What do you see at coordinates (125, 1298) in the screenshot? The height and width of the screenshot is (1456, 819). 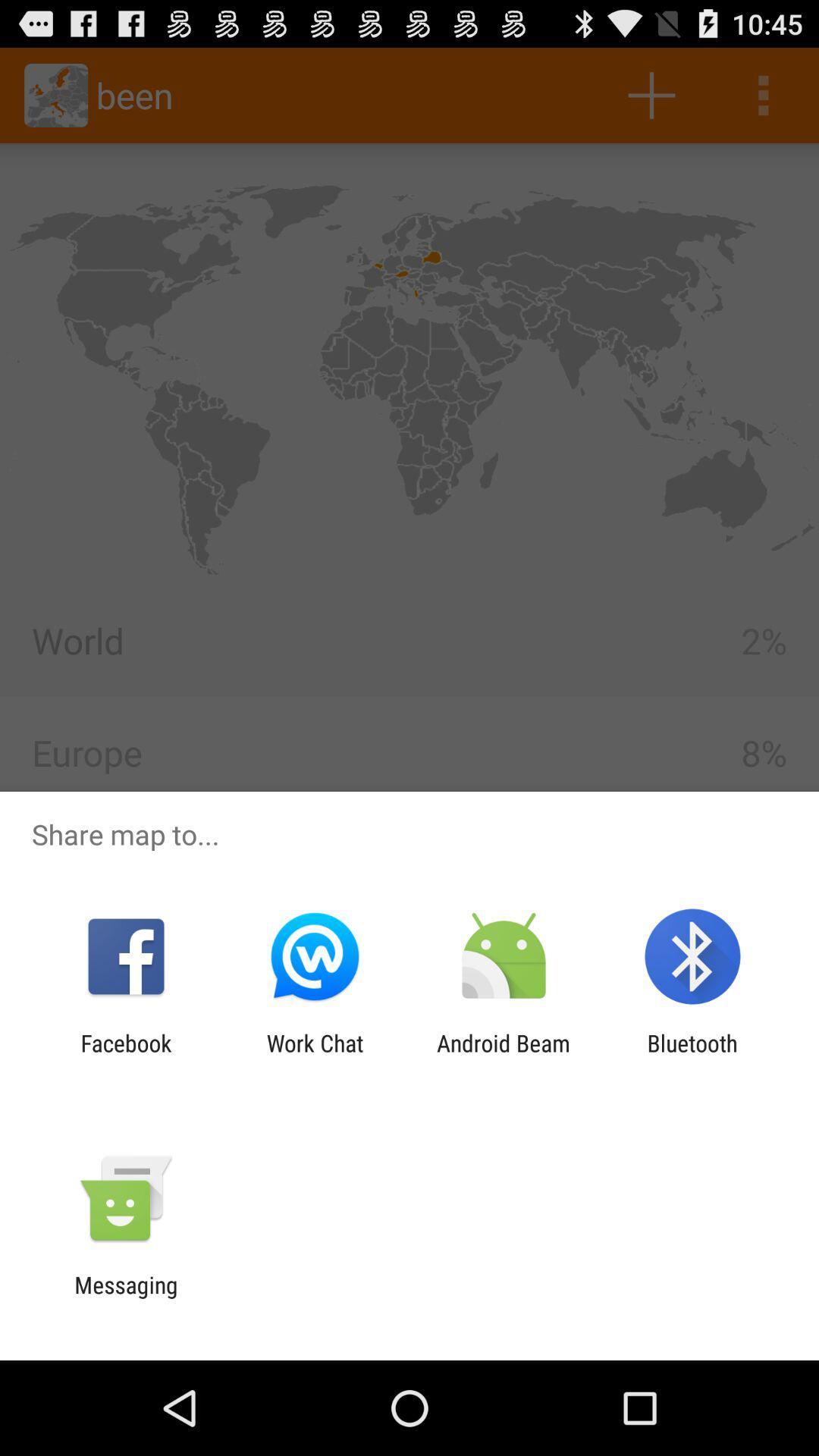 I see `the messaging icon` at bounding box center [125, 1298].